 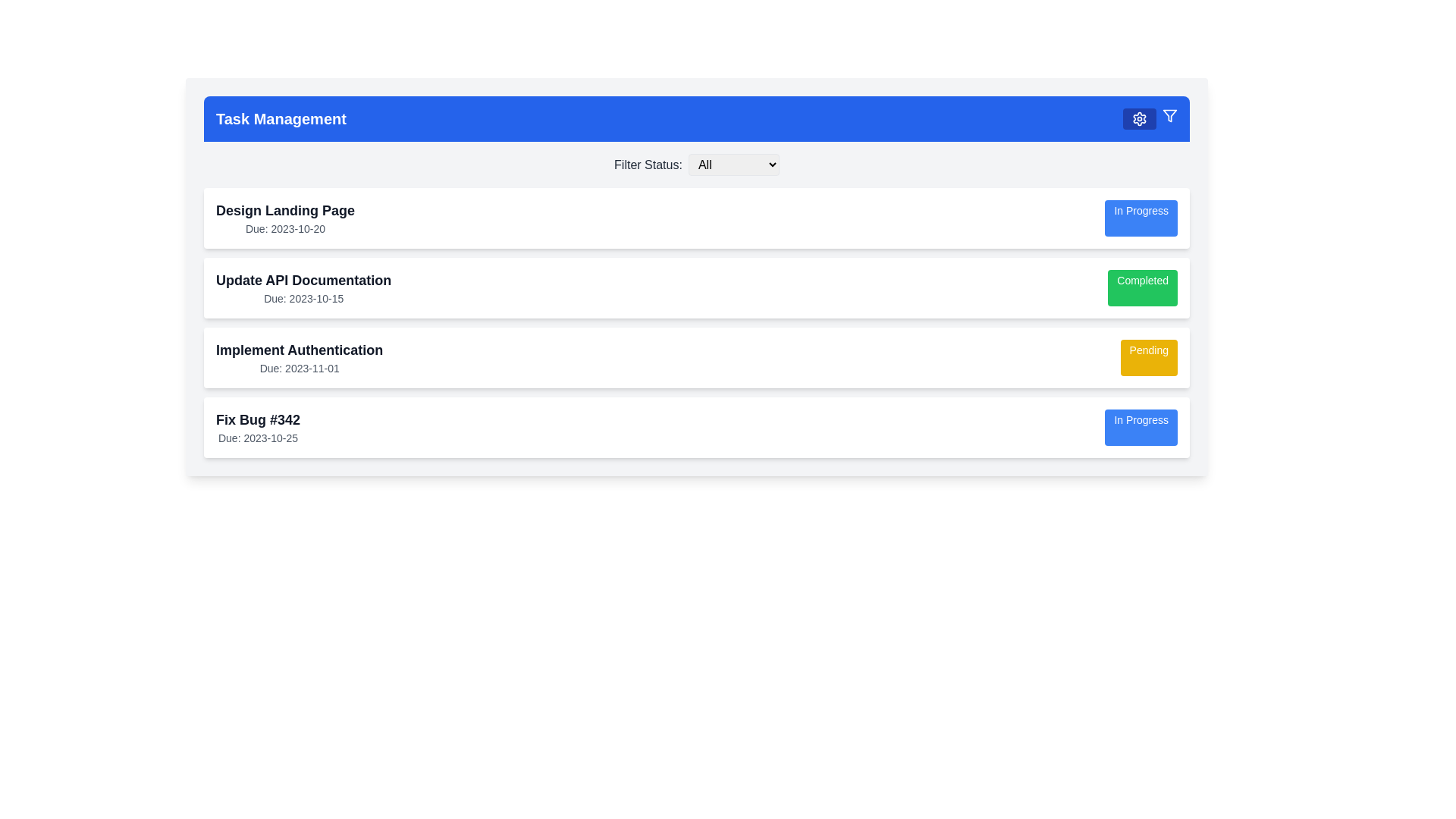 What do you see at coordinates (1139, 118) in the screenshot?
I see `the settings icon button located in the top-right corner of the interface` at bounding box center [1139, 118].